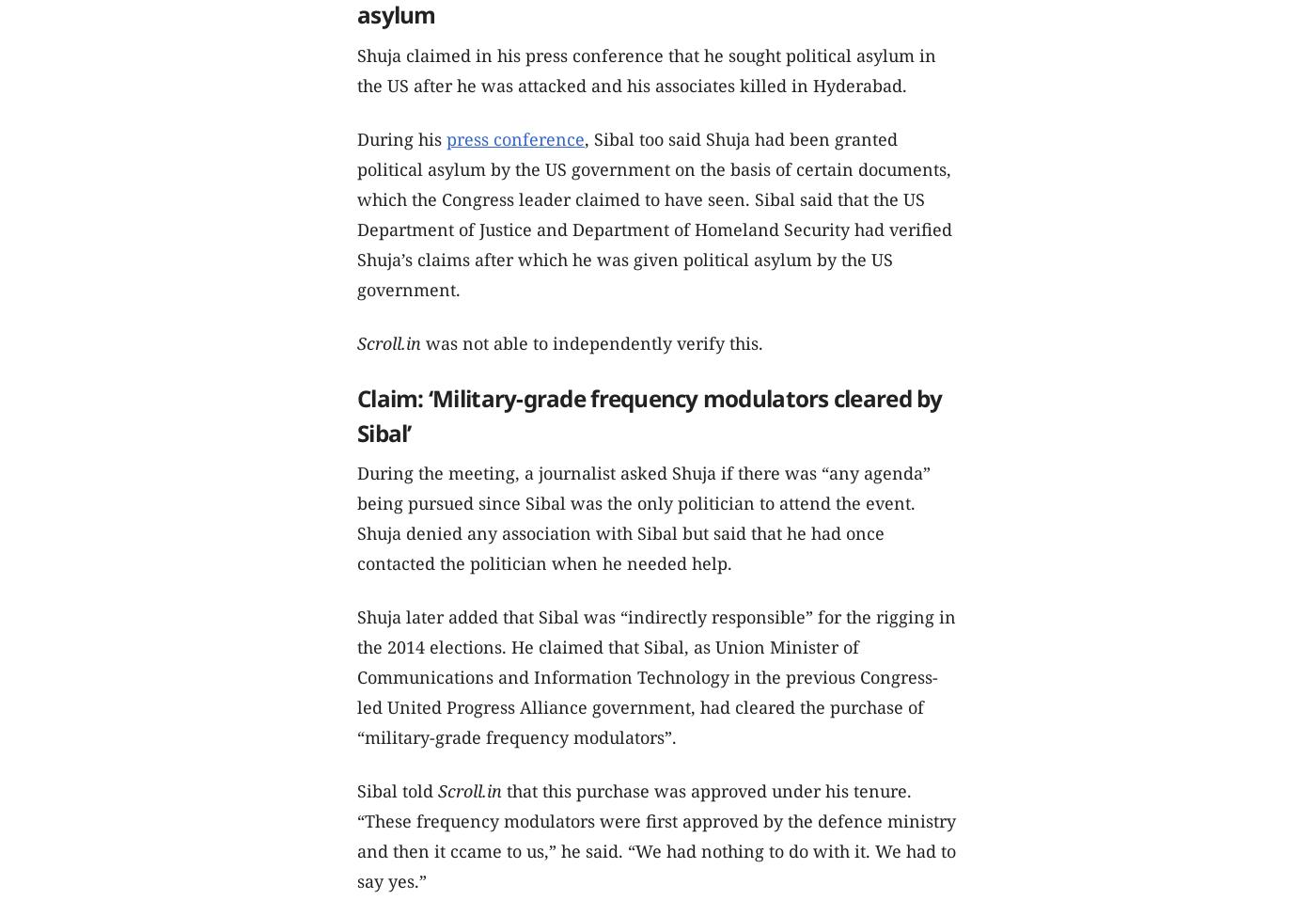 This screenshot has width=1316, height=916. Describe the element at coordinates (515, 138) in the screenshot. I see `'press conference'` at that location.